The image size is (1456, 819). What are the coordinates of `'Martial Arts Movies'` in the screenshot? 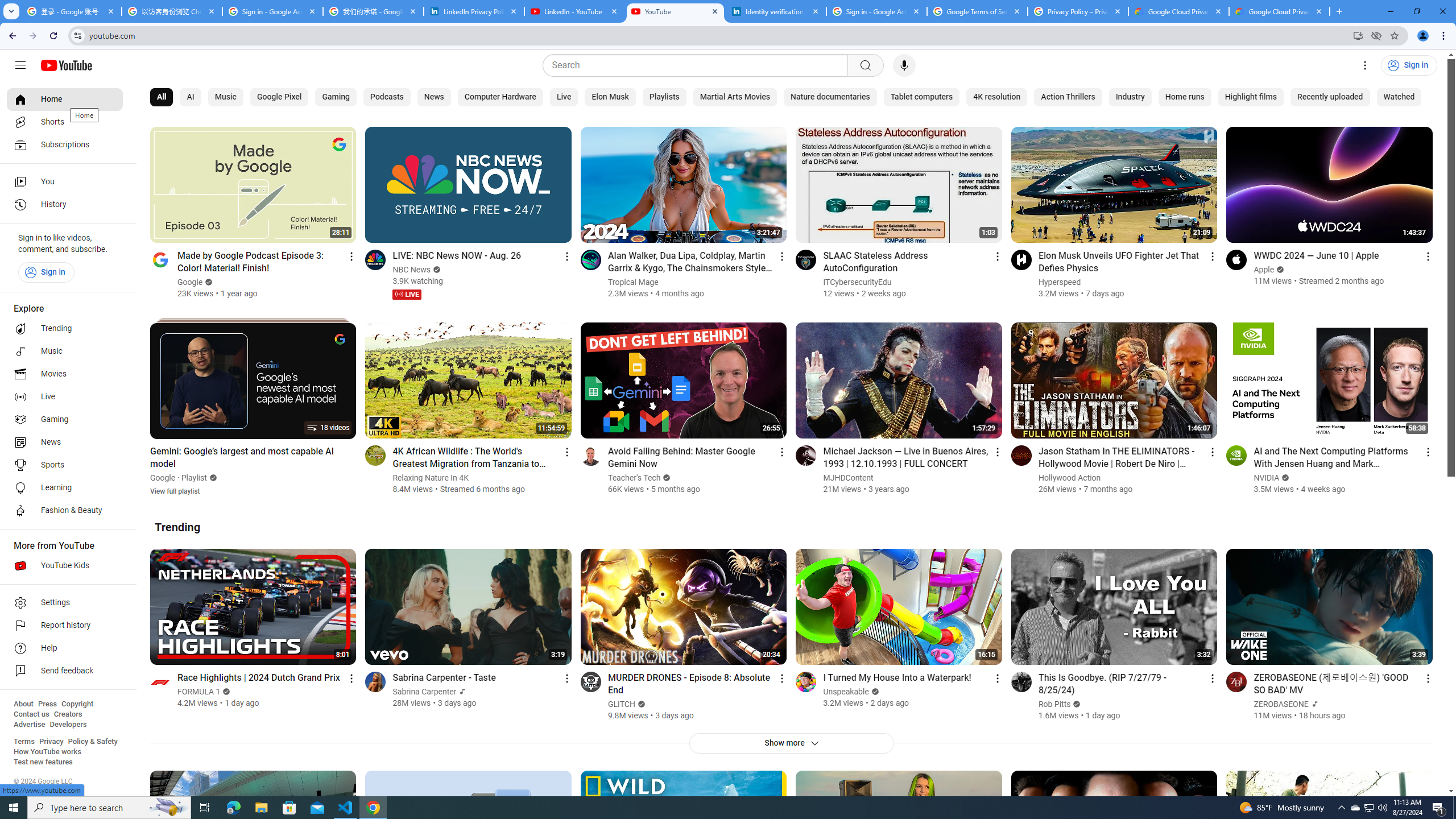 It's located at (735, 97).